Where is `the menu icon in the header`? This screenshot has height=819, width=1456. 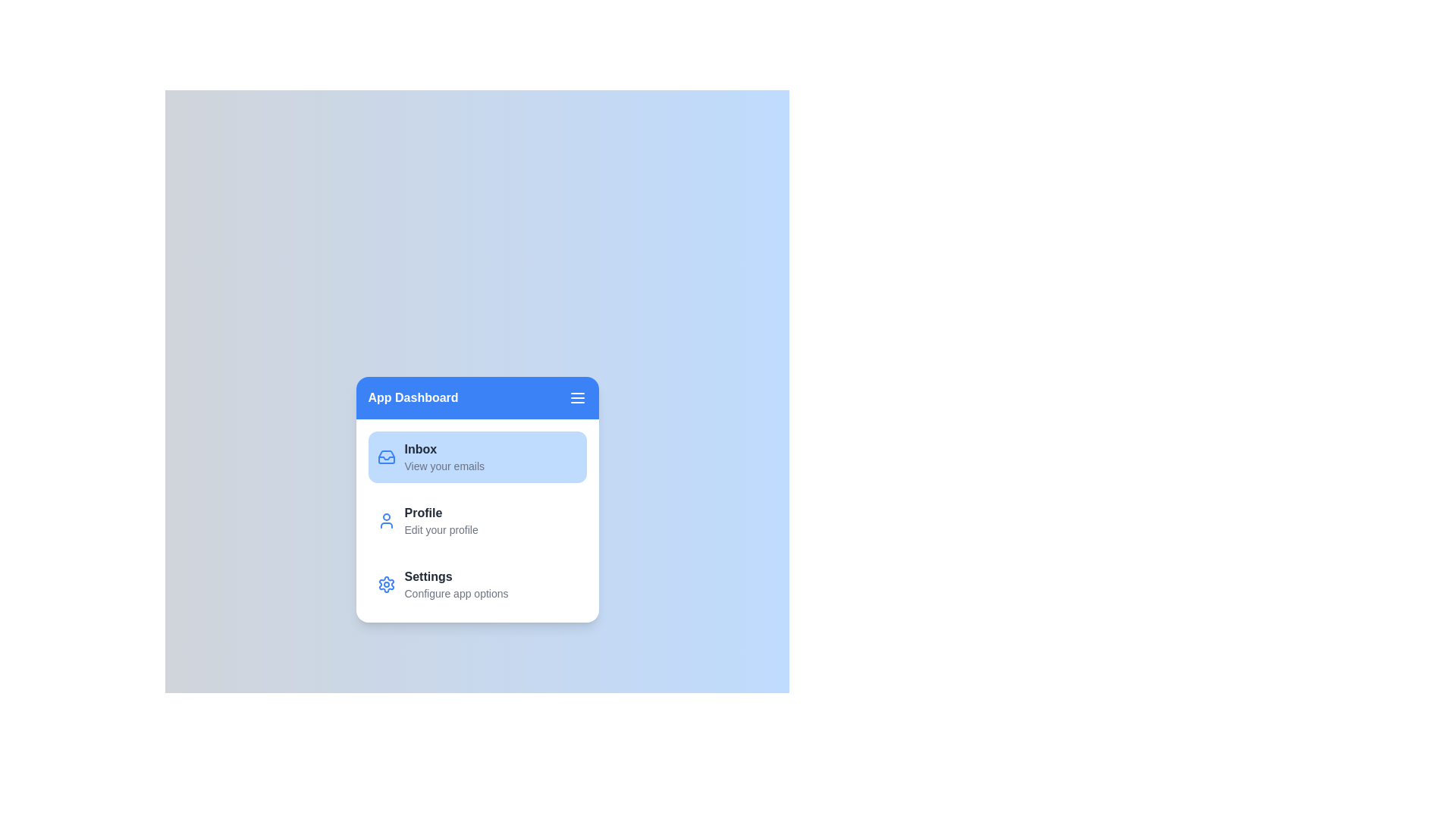 the menu icon in the header is located at coordinates (576, 397).